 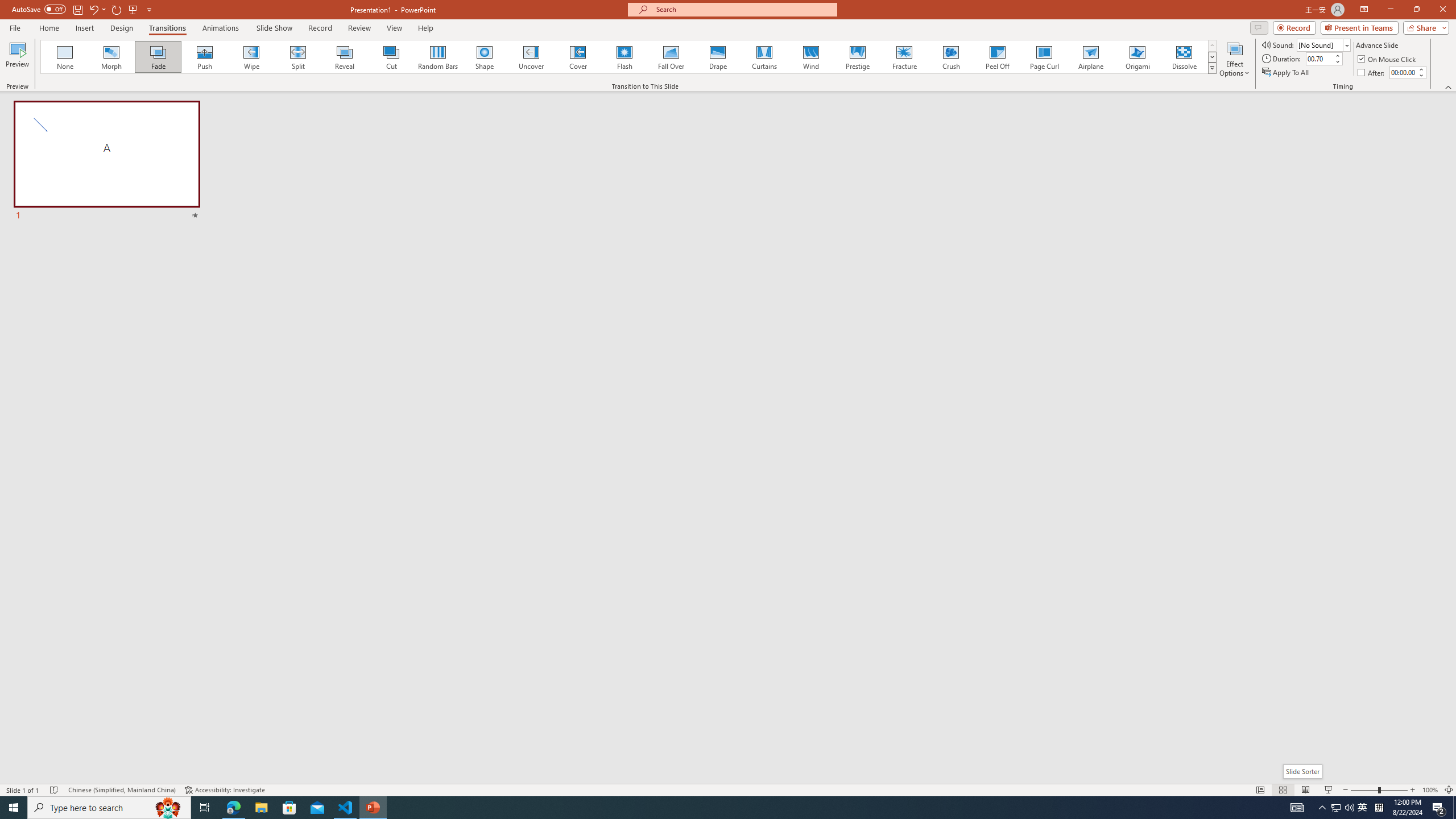 I want to click on 'Flash', so click(x=624, y=56).